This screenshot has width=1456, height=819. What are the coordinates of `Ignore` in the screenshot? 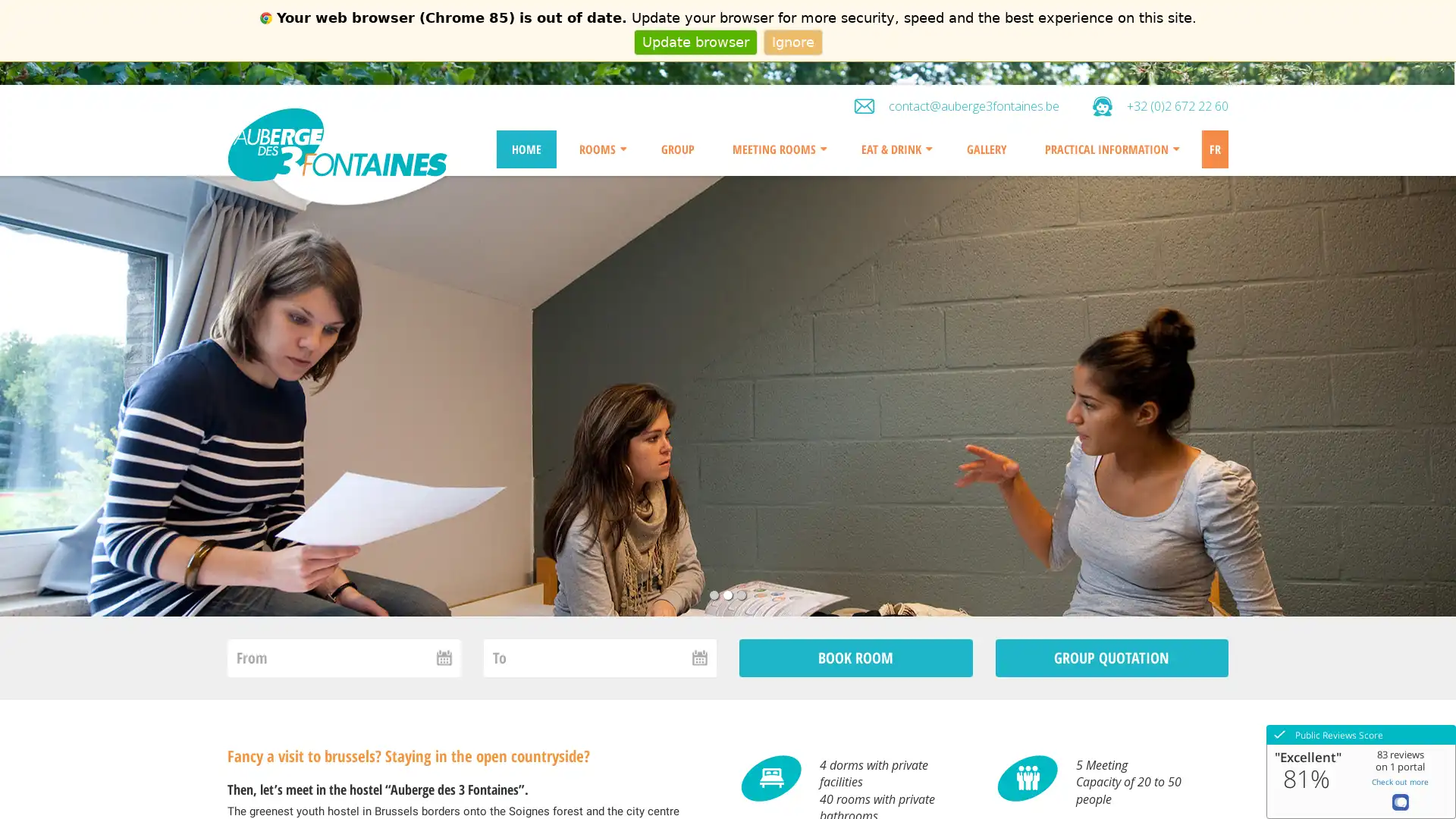 It's located at (792, 41).